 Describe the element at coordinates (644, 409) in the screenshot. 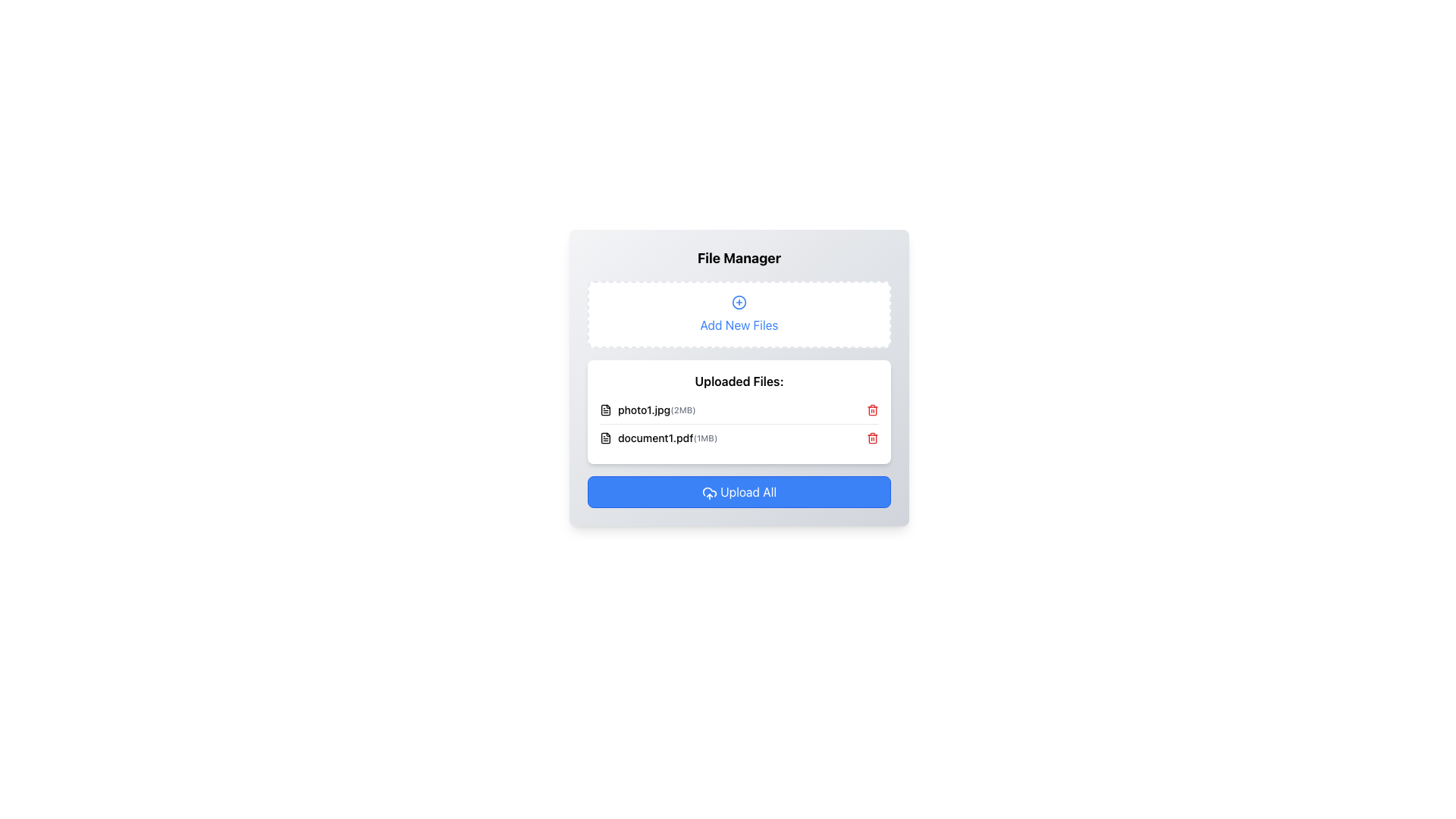

I see `the Text label representing the name of the uploaded file in the 'Uploaded Files' section of the 'File Manager' interface to read its content` at that location.